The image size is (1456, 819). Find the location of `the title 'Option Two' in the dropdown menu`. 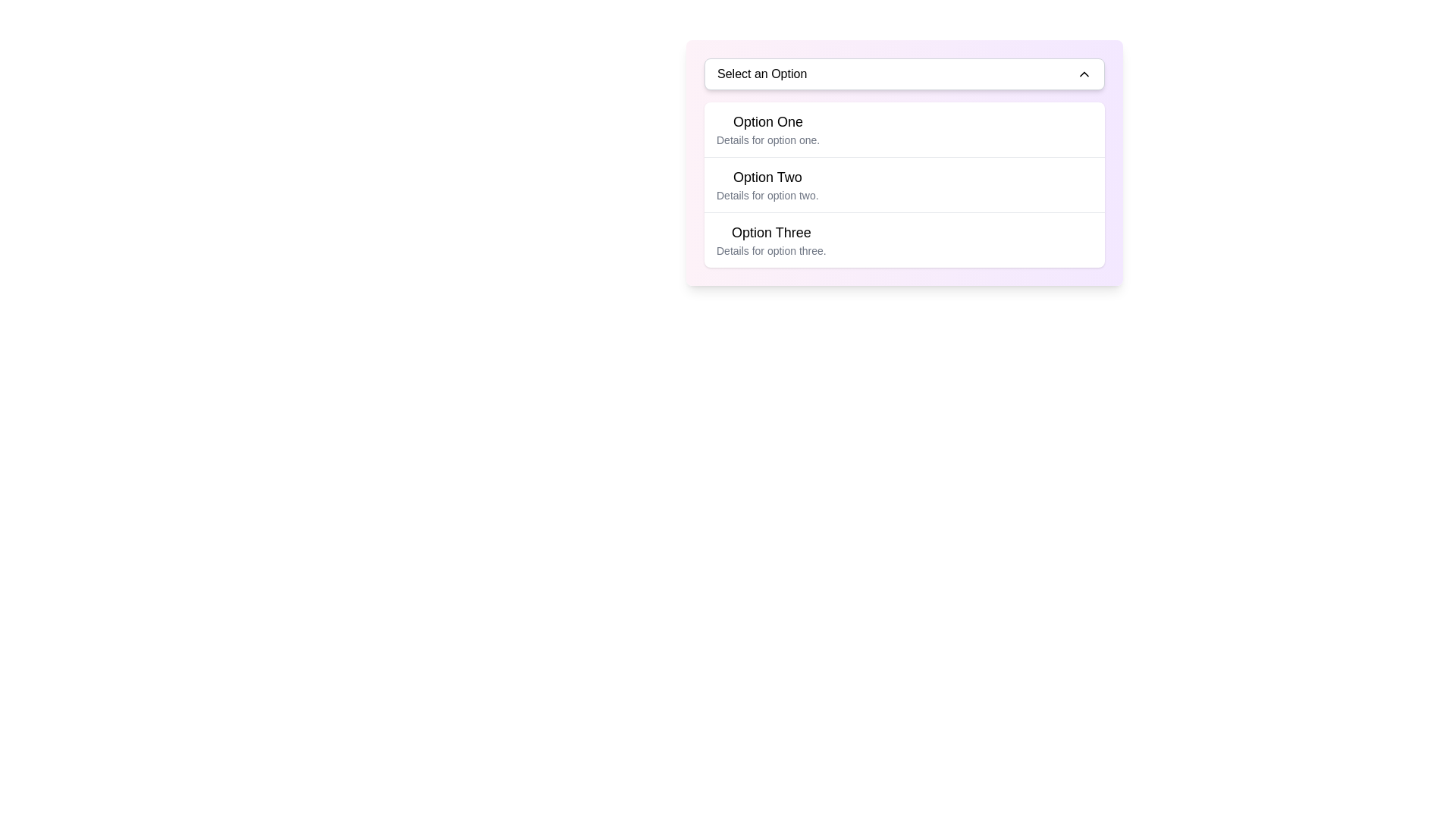

the title 'Option Two' in the dropdown menu is located at coordinates (767, 184).